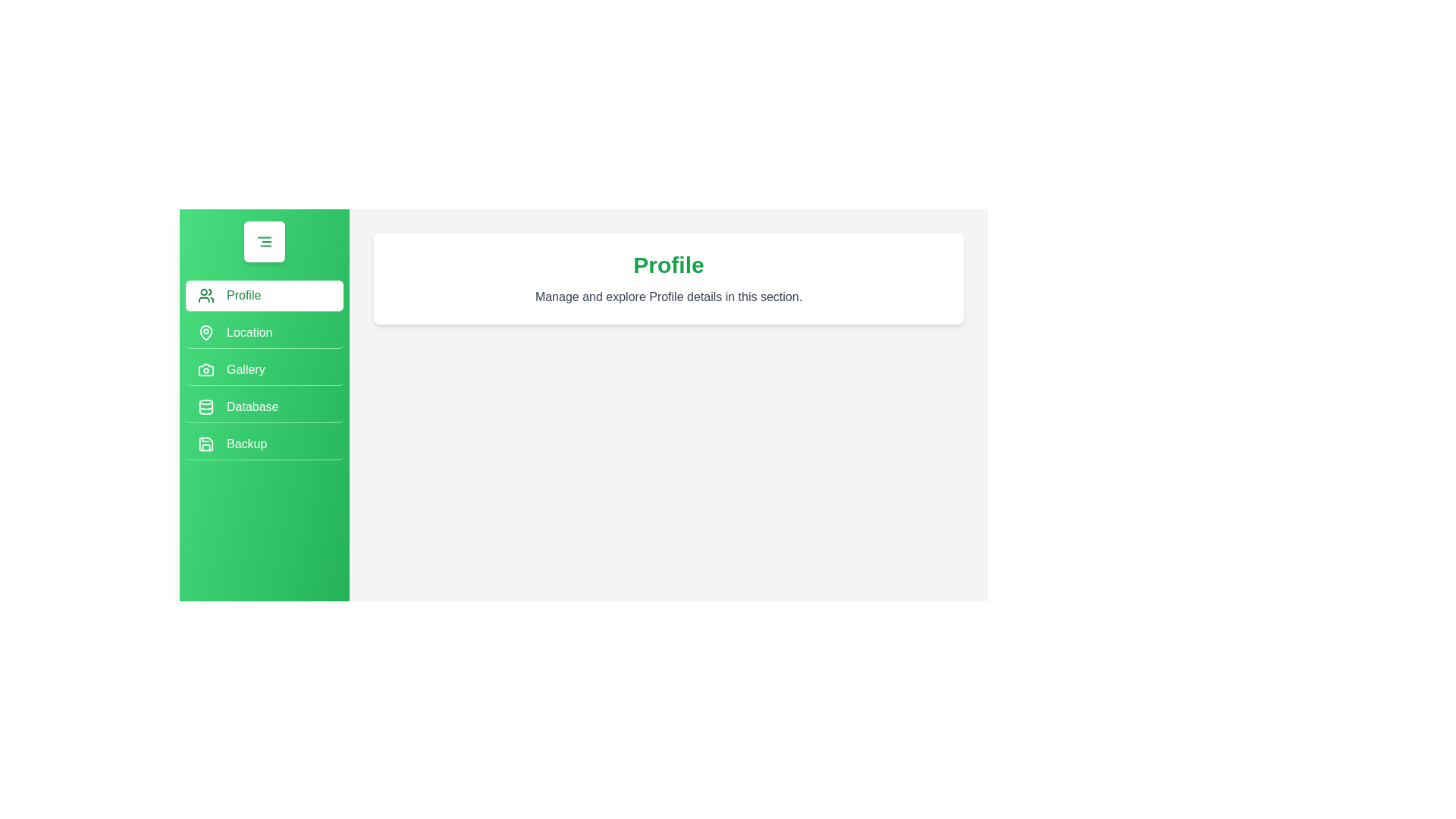 This screenshot has width=1456, height=819. I want to click on the button with the AlignRight icon to toggle the drawer's state, so click(265, 241).